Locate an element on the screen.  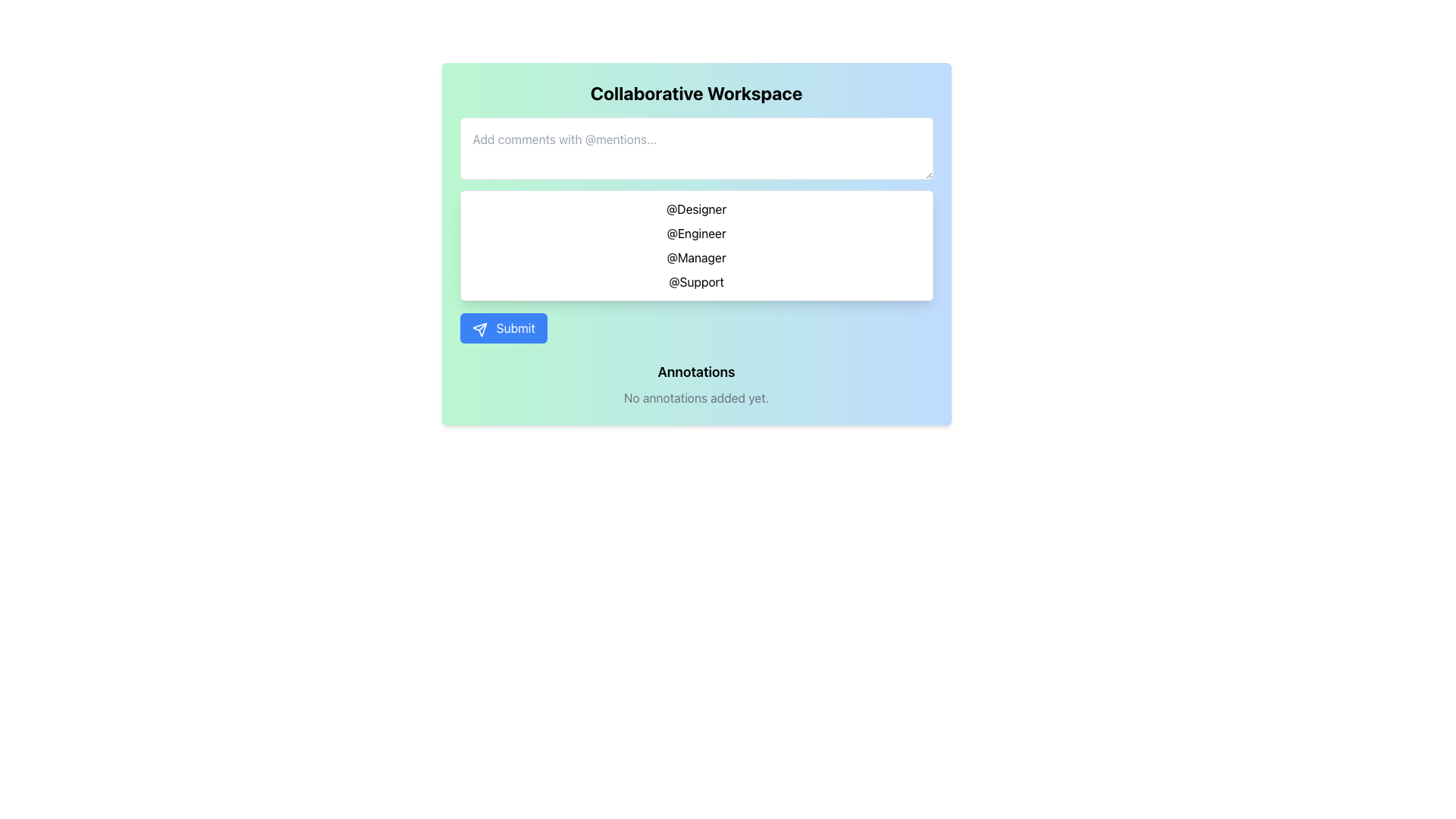
the selectable list item labeled 'Support', which is the fourth item in the dropdown list is located at coordinates (695, 281).